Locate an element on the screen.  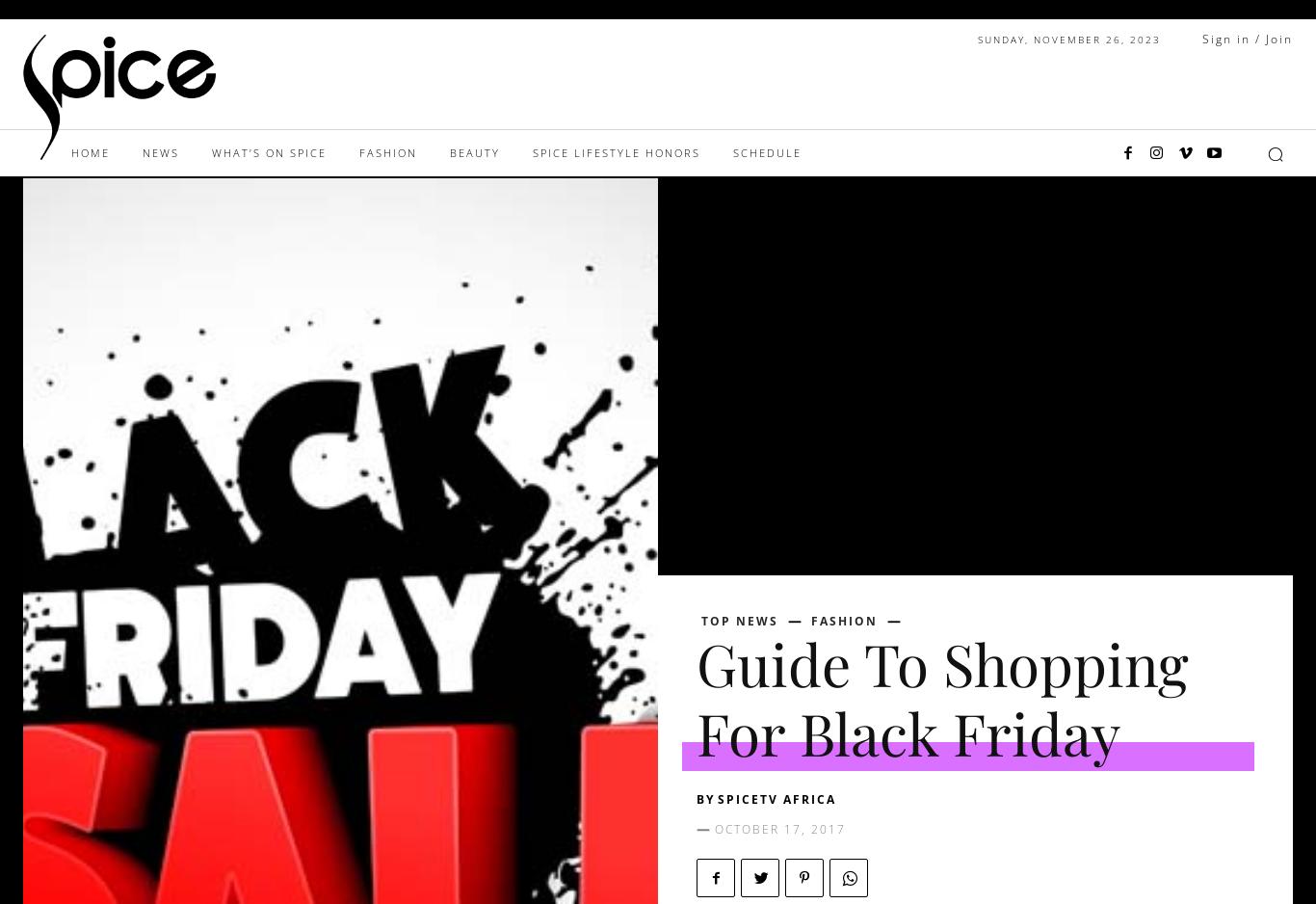
'Sunday, November 26, 2023' is located at coordinates (1068, 38).